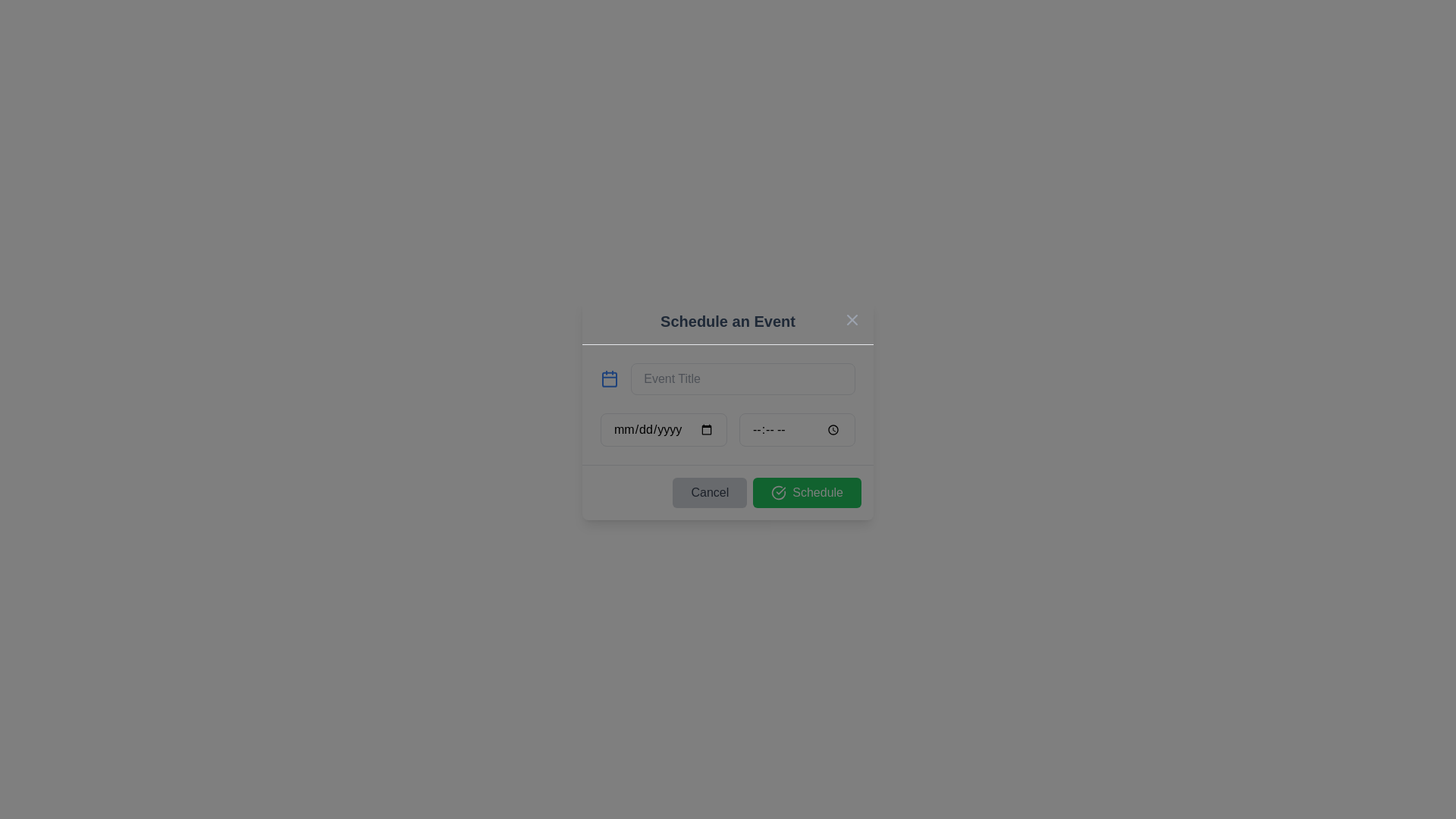 This screenshot has width=1456, height=819. Describe the element at coordinates (796, 430) in the screenshot. I see `a time from the dropdown menu of the Time input field located in the 'Schedule an Event' dialog box` at that location.